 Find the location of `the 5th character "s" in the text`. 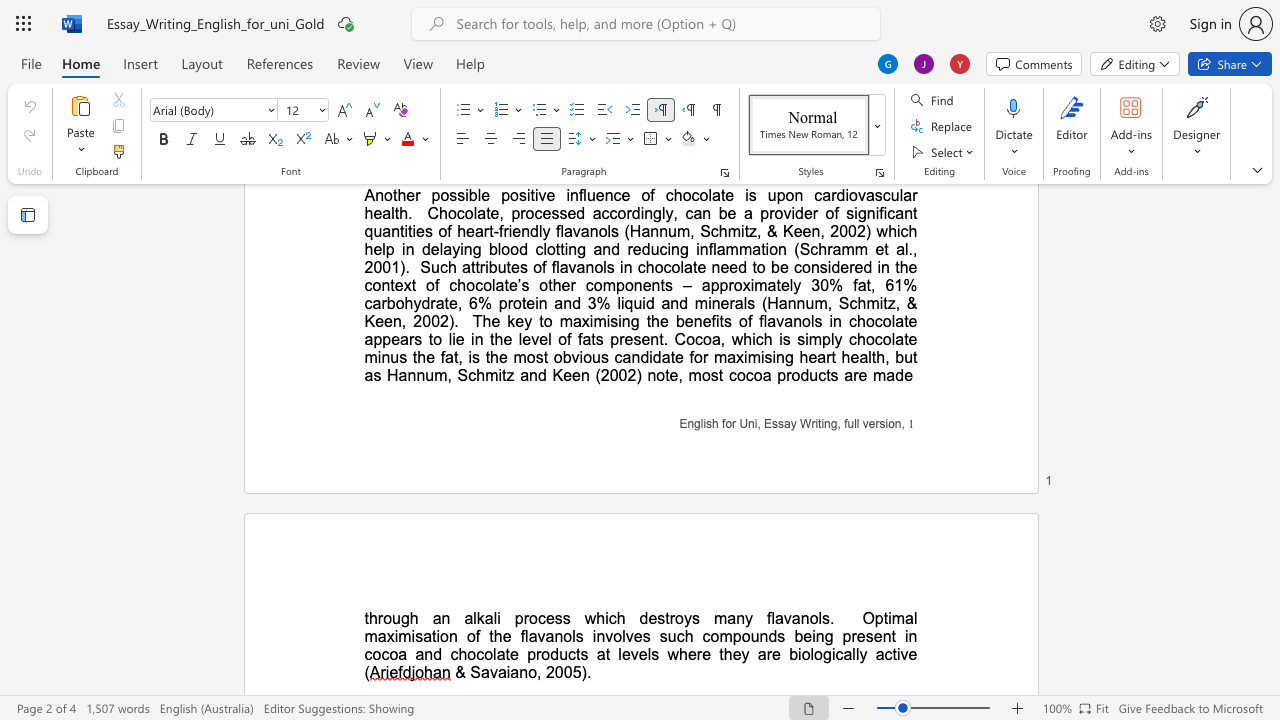

the 5th character "s" in the text is located at coordinates (826, 617).